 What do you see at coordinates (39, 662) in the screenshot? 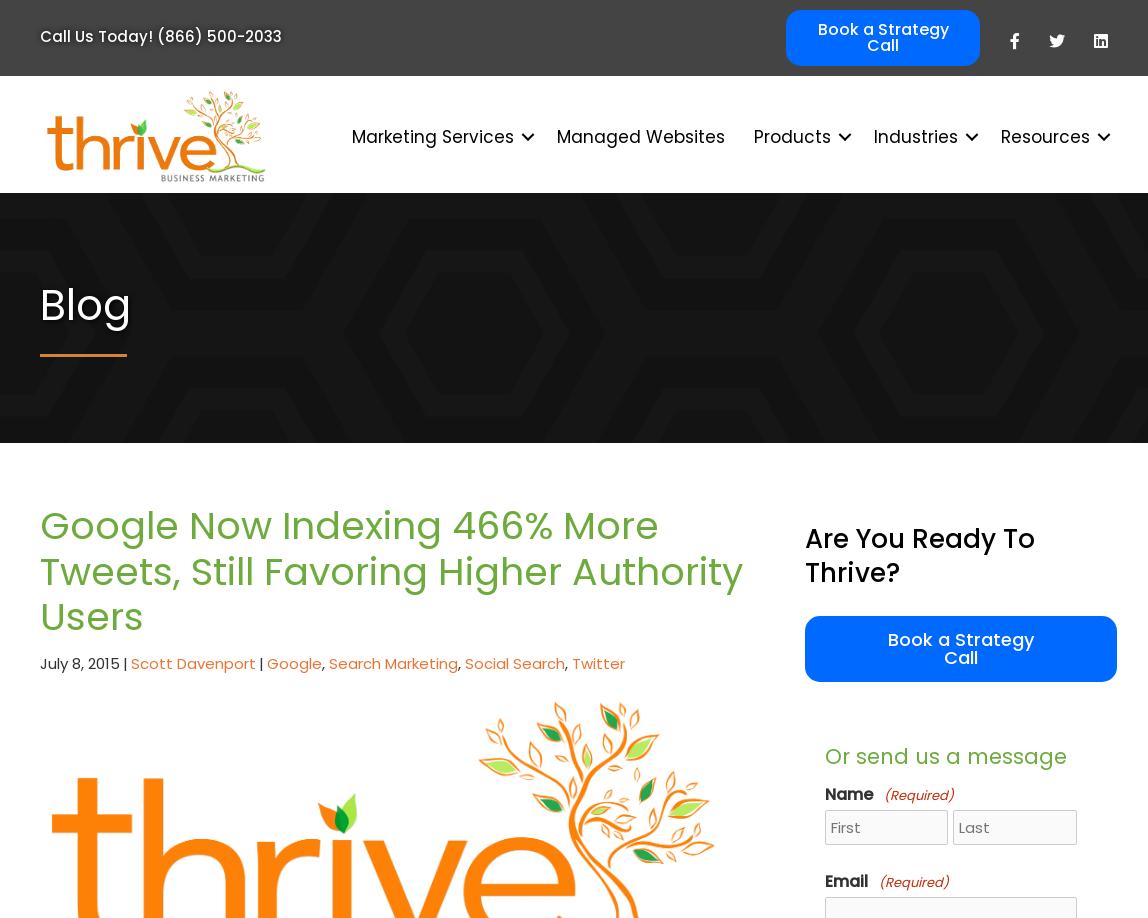
I see `'July 8, 2015'` at bounding box center [39, 662].